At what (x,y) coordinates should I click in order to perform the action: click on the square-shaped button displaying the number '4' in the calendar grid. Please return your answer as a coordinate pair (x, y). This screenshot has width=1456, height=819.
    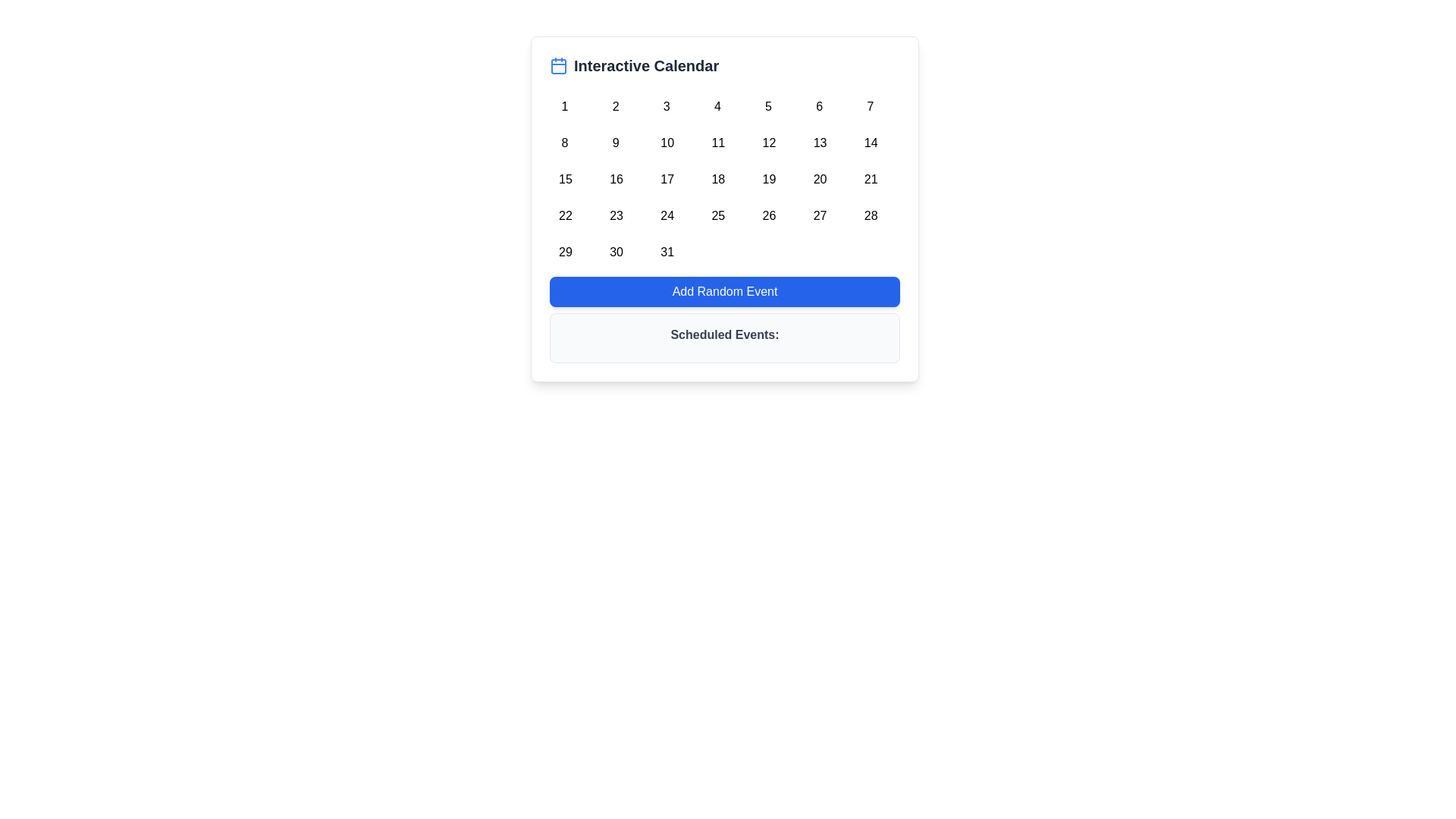
    Looking at the image, I should click on (717, 103).